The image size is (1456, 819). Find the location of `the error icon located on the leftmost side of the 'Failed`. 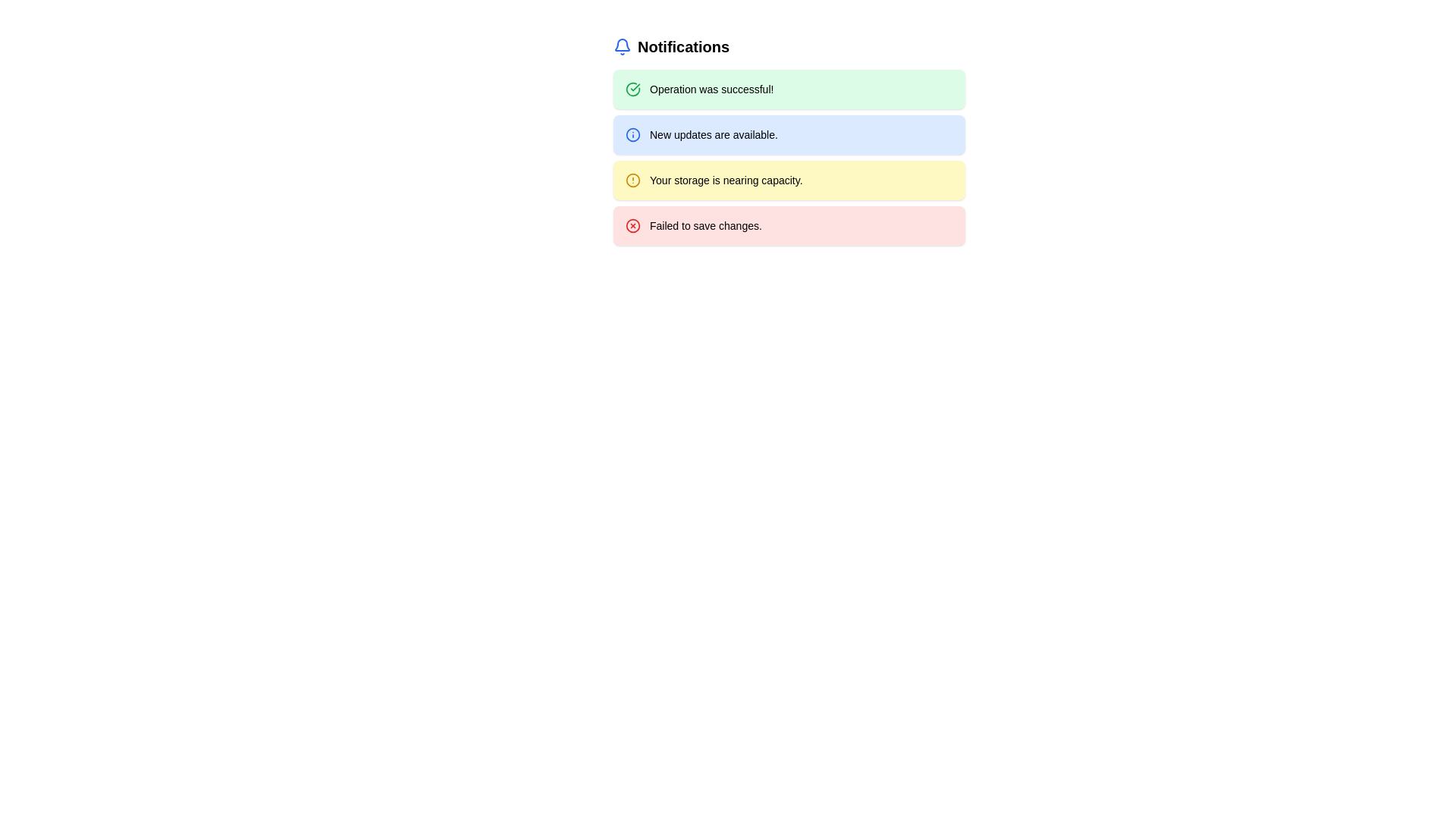

the error icon located on the leftmost side of the 'Failed is located at coordinates (633, 225).